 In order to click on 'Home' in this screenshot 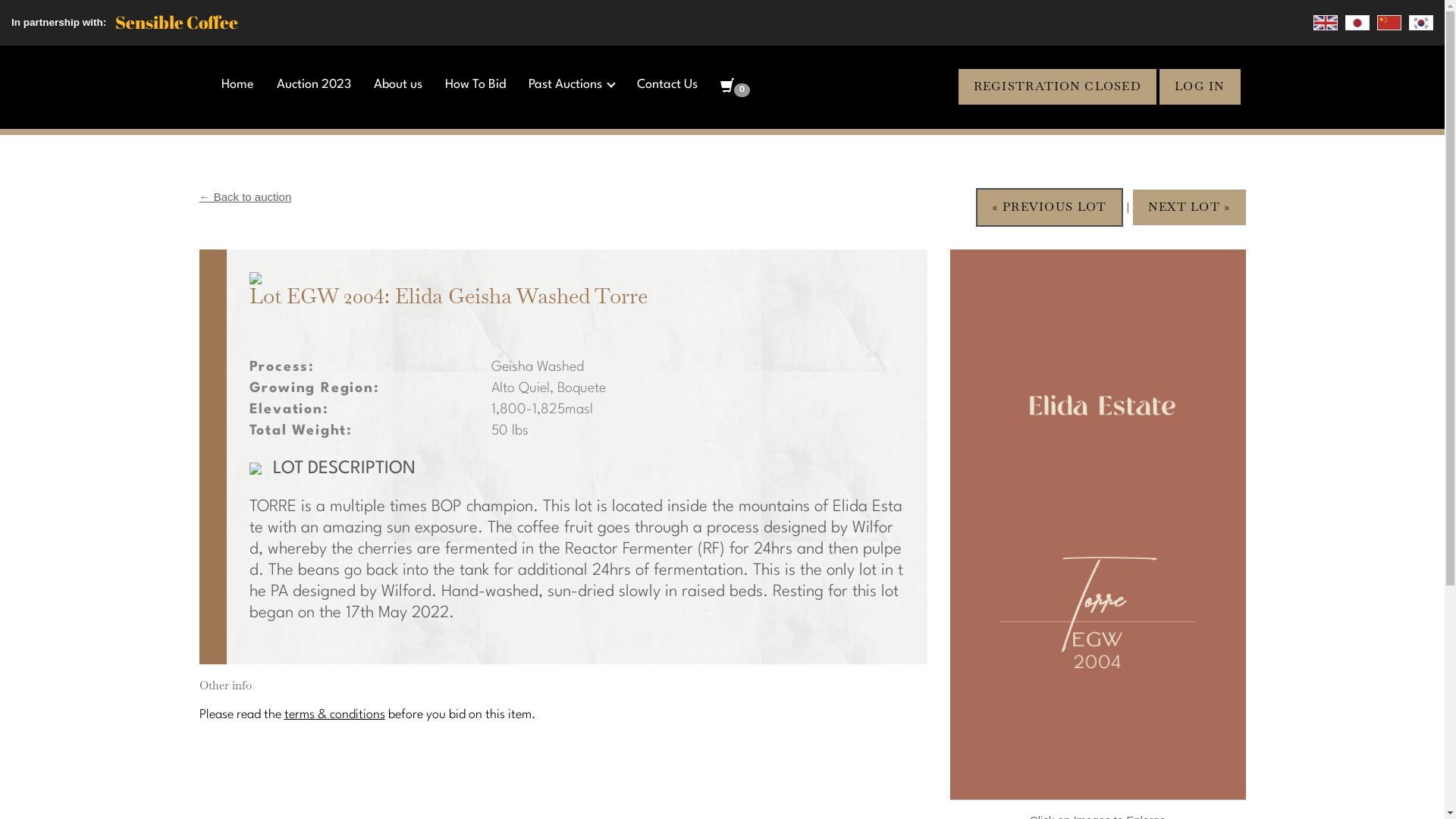, I will do `click(237, 84)`.